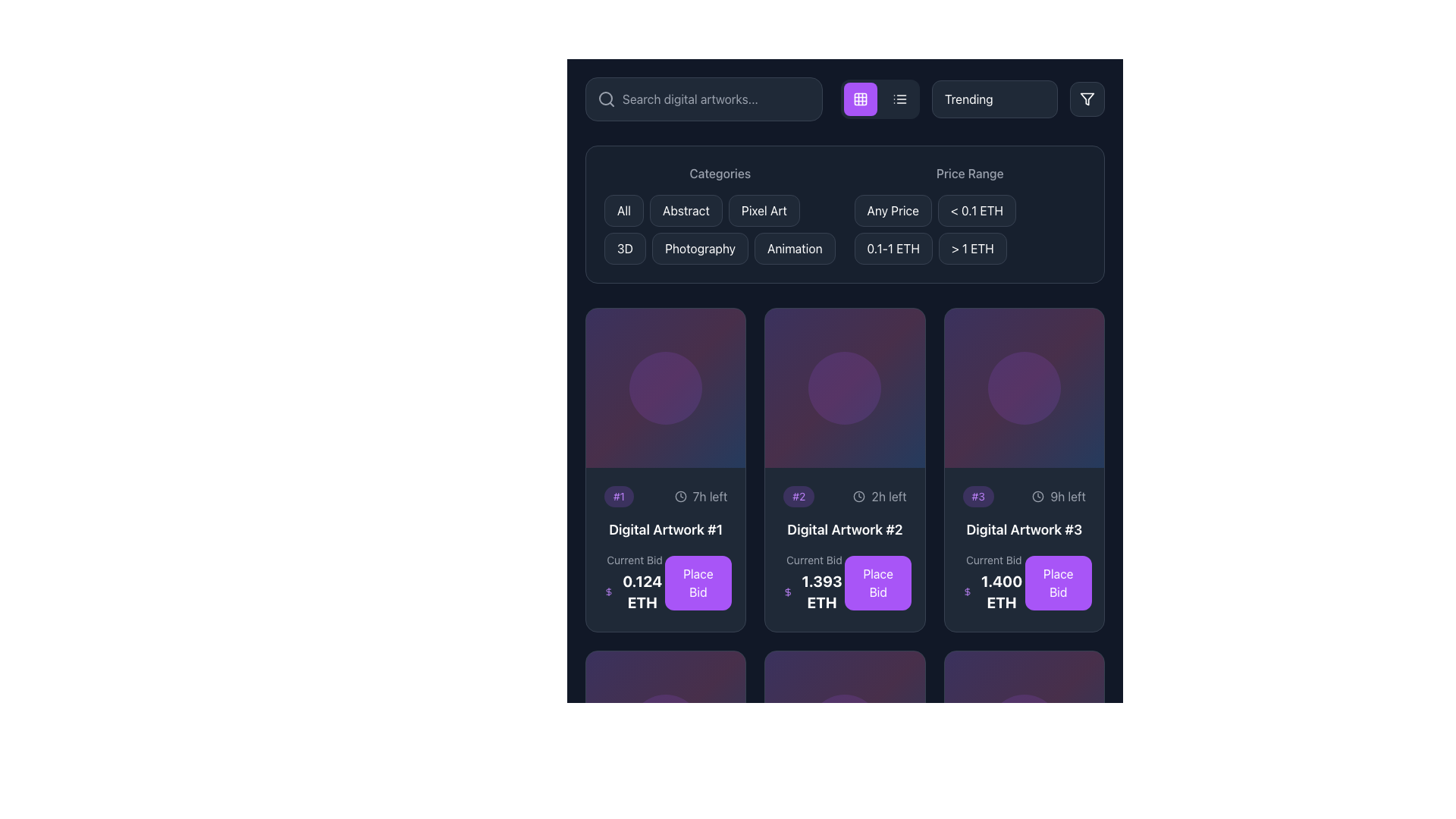 Image resolution: width=1456 pixels, height=819 pixels. What do you see at coordinates (794, 247) in the screenshot?
I see `the 'Animation' button, which is a rectangular button with rounded corners, dark gray background, and white text` at bounding box center [794, 247].